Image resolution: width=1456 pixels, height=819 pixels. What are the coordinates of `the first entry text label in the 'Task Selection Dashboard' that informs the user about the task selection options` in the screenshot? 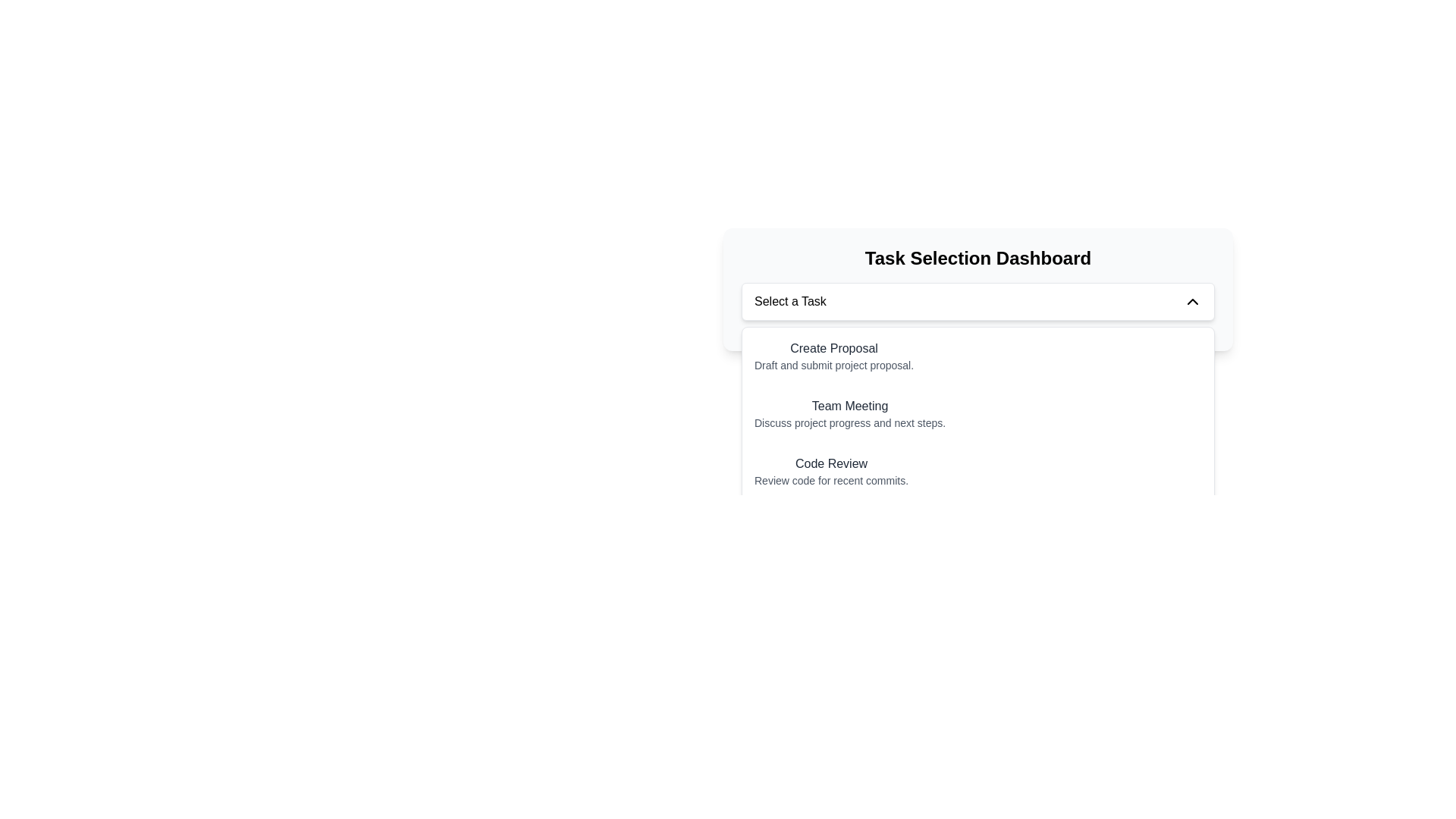 It's located at (833, 348).